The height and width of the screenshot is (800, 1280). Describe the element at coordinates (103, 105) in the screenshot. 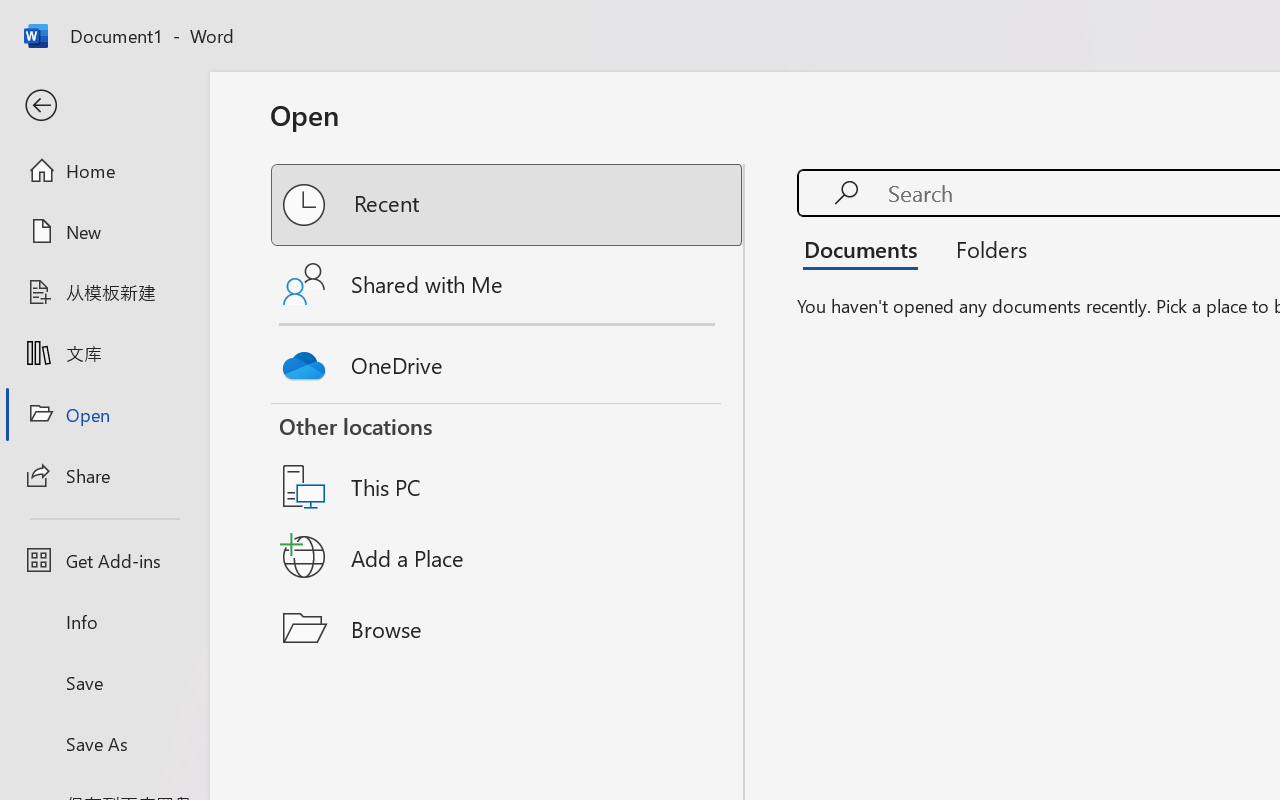

I see `'Back'` at that location.